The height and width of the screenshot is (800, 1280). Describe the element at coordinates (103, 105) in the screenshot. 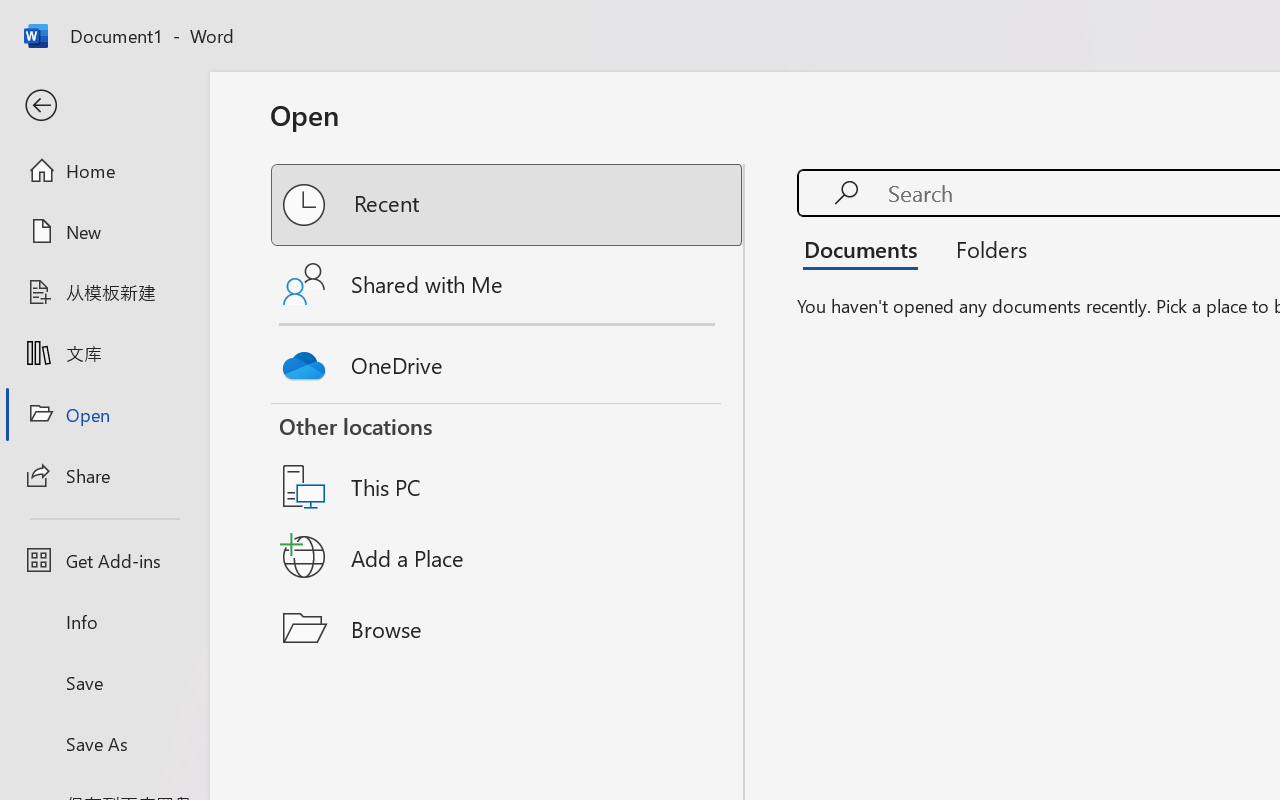

I see `'Back'` at that location.